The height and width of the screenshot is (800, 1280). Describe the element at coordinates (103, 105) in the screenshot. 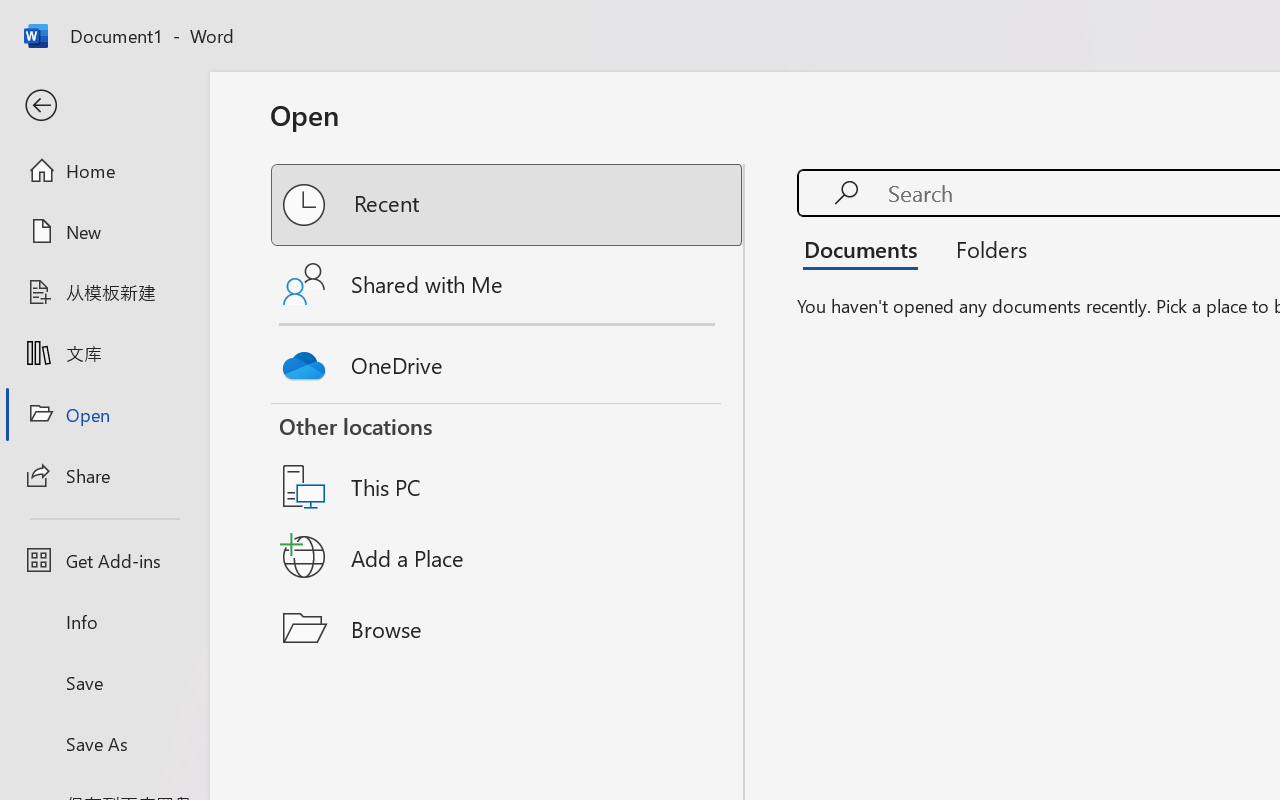

I see `'Back'` at that location.